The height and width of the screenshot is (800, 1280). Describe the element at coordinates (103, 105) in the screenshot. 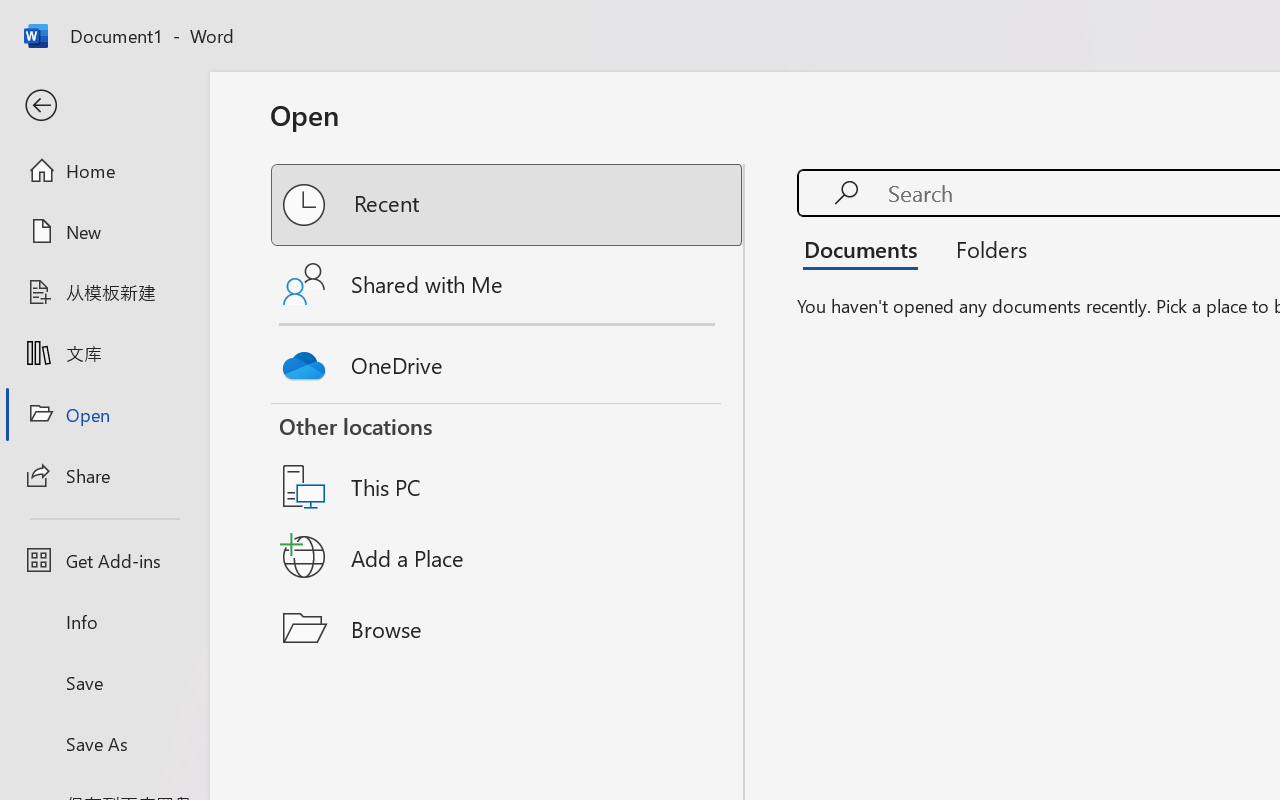

I see `'Back'` at that location.